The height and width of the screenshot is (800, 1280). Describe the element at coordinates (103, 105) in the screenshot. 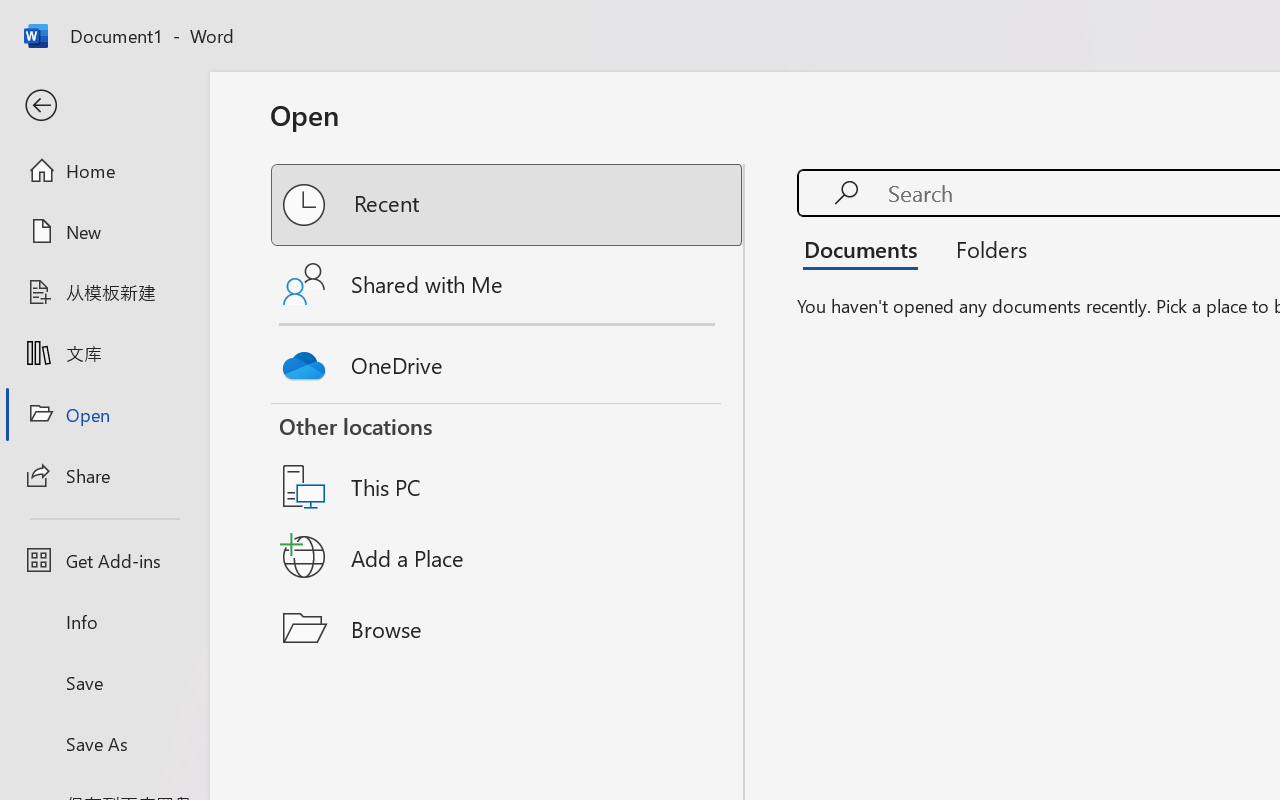

I see `'Back'` at that location.